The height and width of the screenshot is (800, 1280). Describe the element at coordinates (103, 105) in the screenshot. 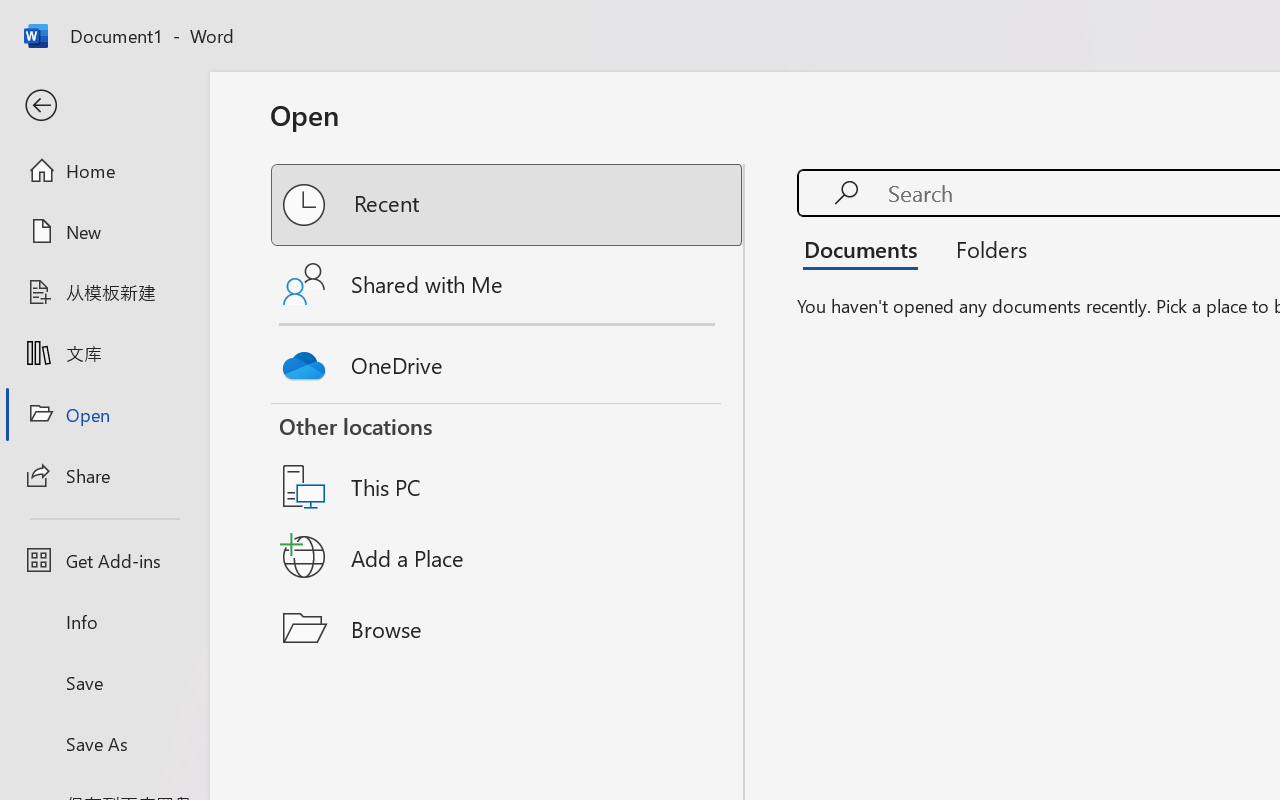

I see `'Back'` at that location.